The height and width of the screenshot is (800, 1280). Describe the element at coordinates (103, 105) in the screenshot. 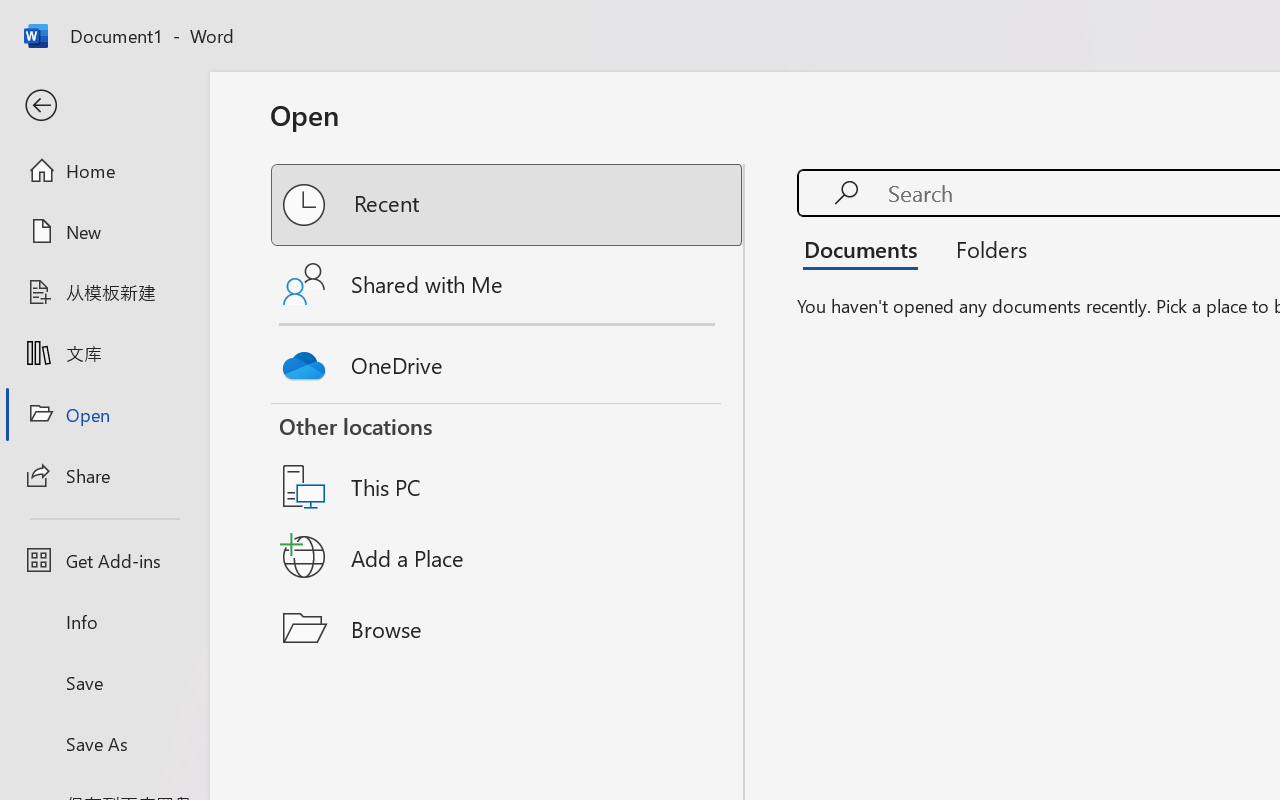

I see `'Back'` at that location.